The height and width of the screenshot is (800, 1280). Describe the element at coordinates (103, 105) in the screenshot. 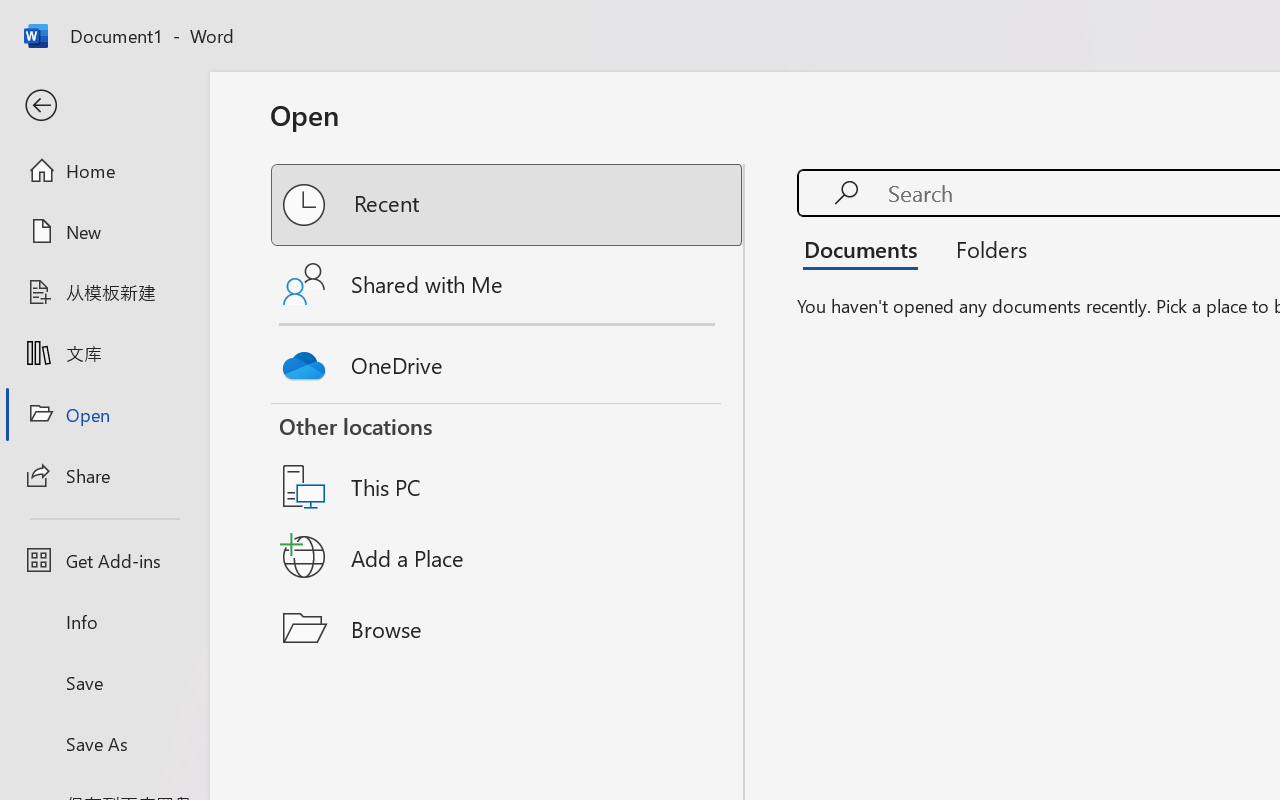

I see `'Back'` at that location.